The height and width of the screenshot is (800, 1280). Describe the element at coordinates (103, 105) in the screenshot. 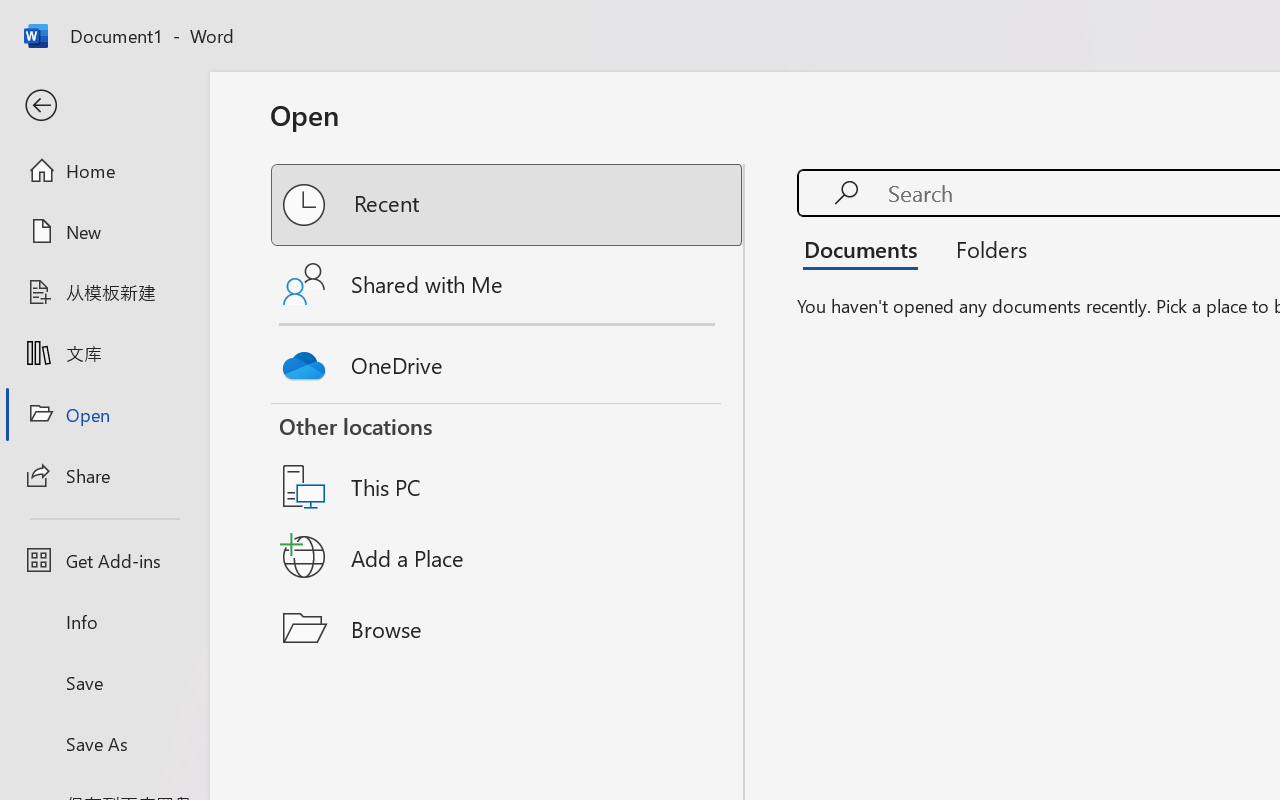

I see `'Back'` at that location.